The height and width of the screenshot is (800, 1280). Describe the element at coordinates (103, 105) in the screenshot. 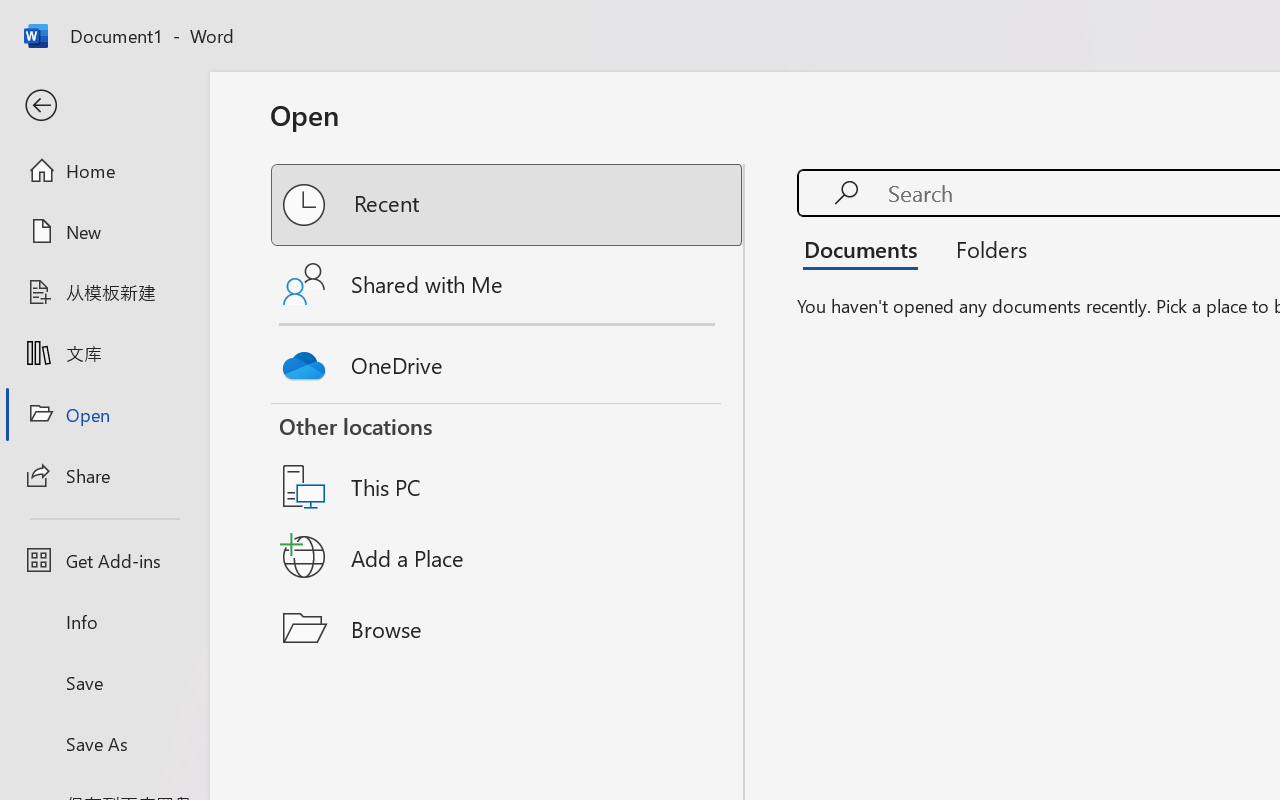

I see `'Back'` at that location.